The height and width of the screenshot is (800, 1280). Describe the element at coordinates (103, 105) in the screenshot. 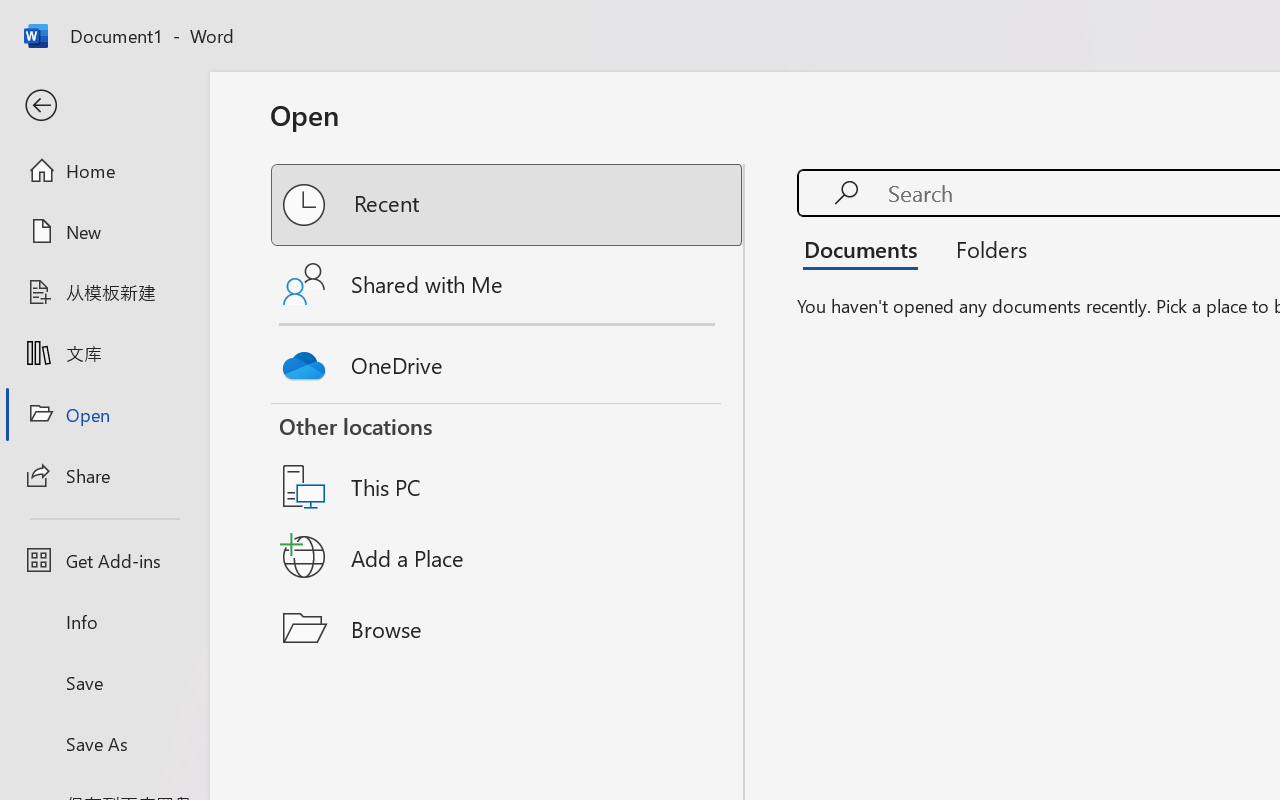

I see `'Back'` at that location.